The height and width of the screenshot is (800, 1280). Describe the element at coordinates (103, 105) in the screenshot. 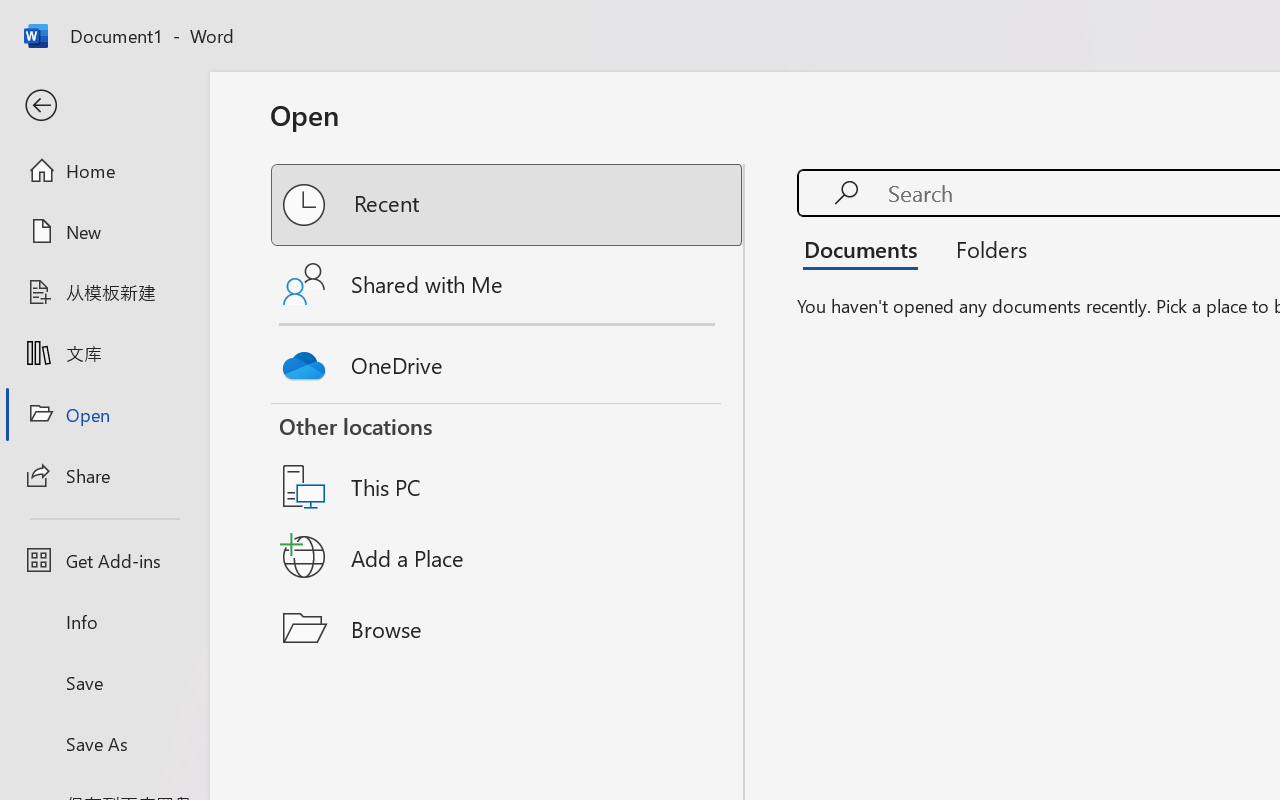

I see `'Back'` at that location.